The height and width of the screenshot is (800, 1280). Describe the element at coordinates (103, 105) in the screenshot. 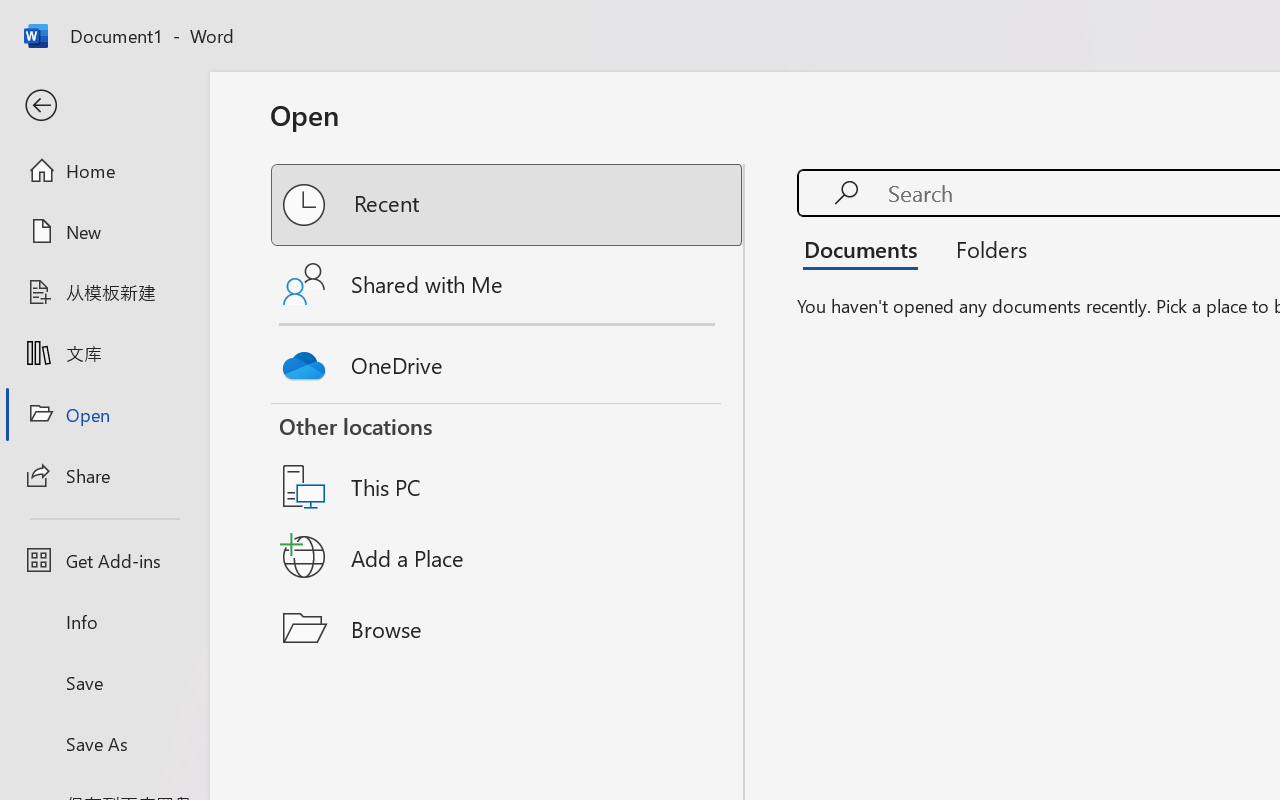

I see `'Back'` at that location.